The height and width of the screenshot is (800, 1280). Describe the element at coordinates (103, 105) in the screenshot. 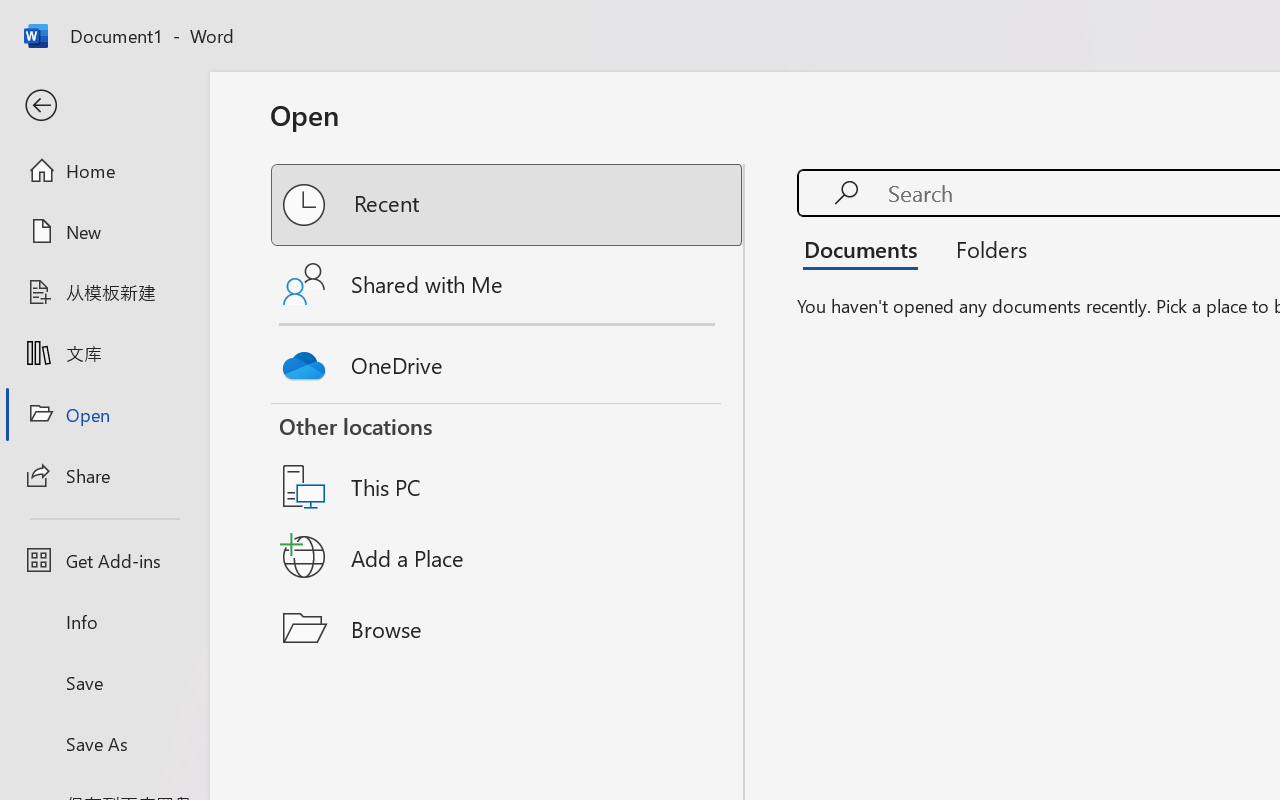

I see `'Back'` at that location.